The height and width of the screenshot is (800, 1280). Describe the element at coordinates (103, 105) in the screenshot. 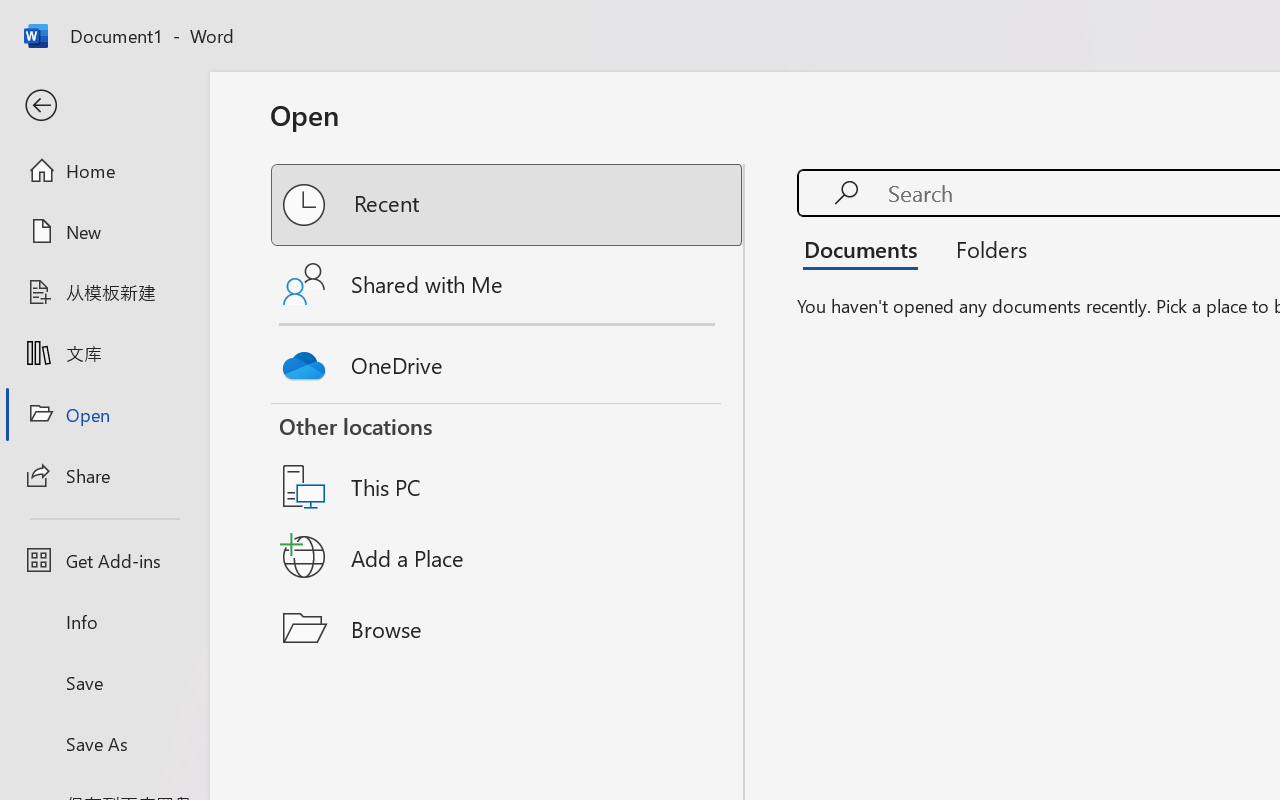

I see `'Back'` at that location.